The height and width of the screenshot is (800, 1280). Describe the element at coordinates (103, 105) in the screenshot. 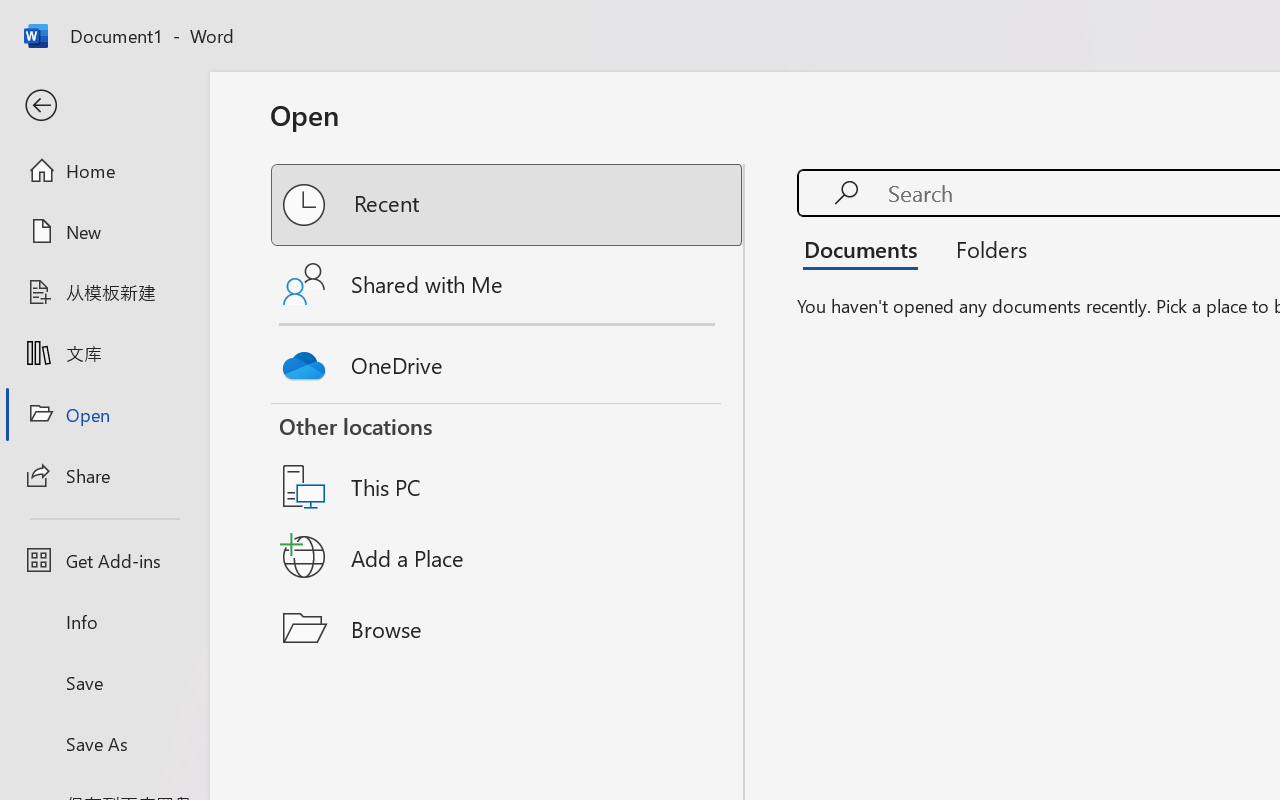

I see `'Back'` at that location.